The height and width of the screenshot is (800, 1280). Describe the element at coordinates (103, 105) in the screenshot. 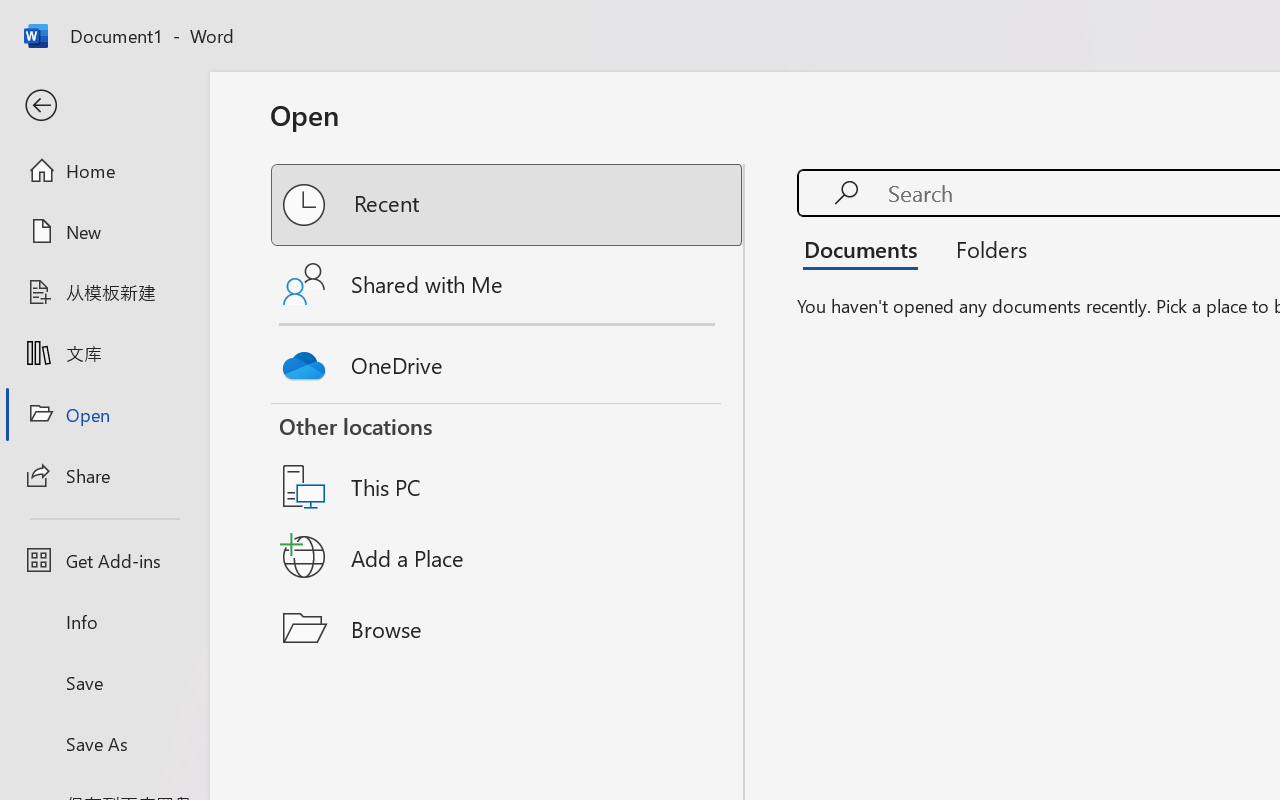

I see `'Back'` at that location.